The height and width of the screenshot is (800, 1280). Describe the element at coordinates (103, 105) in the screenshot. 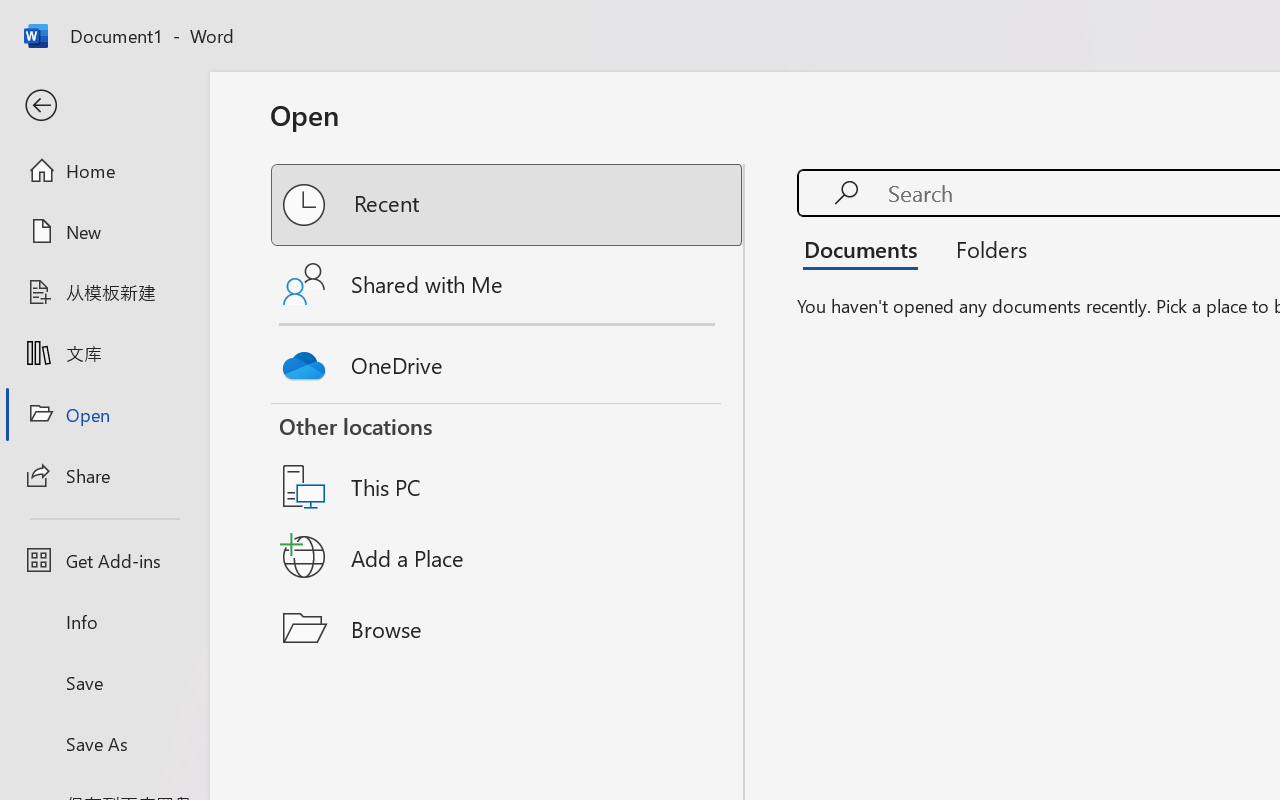

I see `'Back'` at that location.